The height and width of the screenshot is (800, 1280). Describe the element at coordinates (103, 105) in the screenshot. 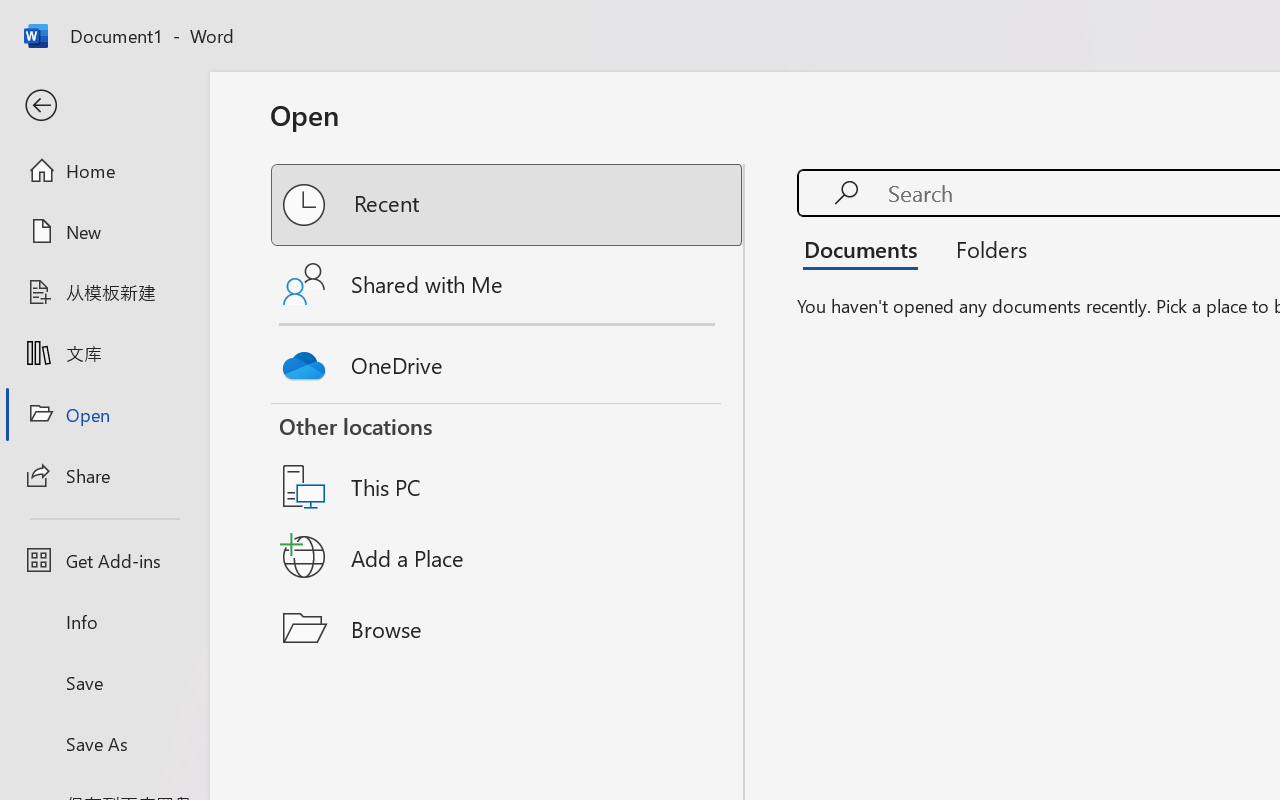

I see `'Back'` at that location.